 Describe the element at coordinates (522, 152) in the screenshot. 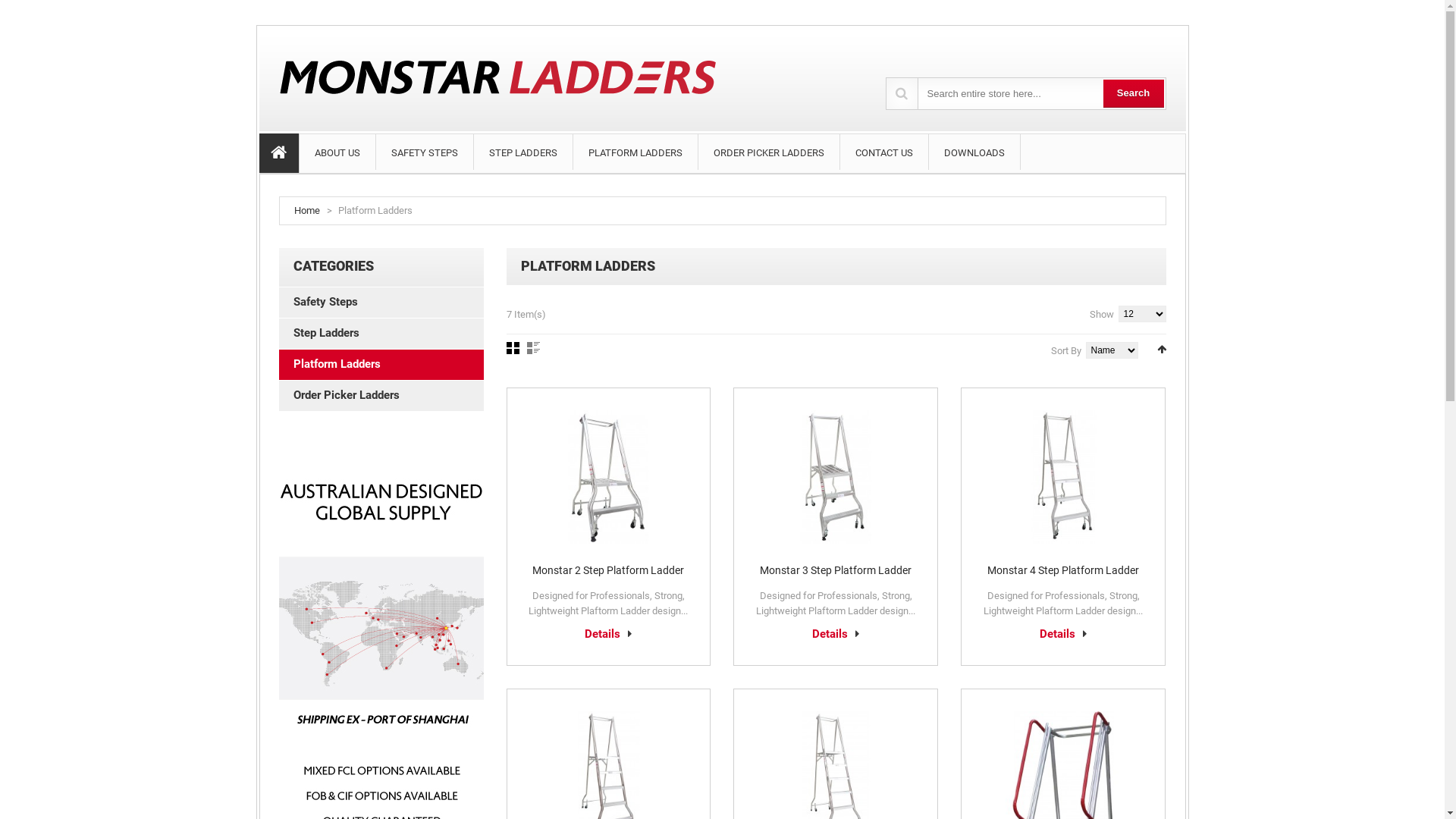

I see `'STEP LADDERS'` at that location.